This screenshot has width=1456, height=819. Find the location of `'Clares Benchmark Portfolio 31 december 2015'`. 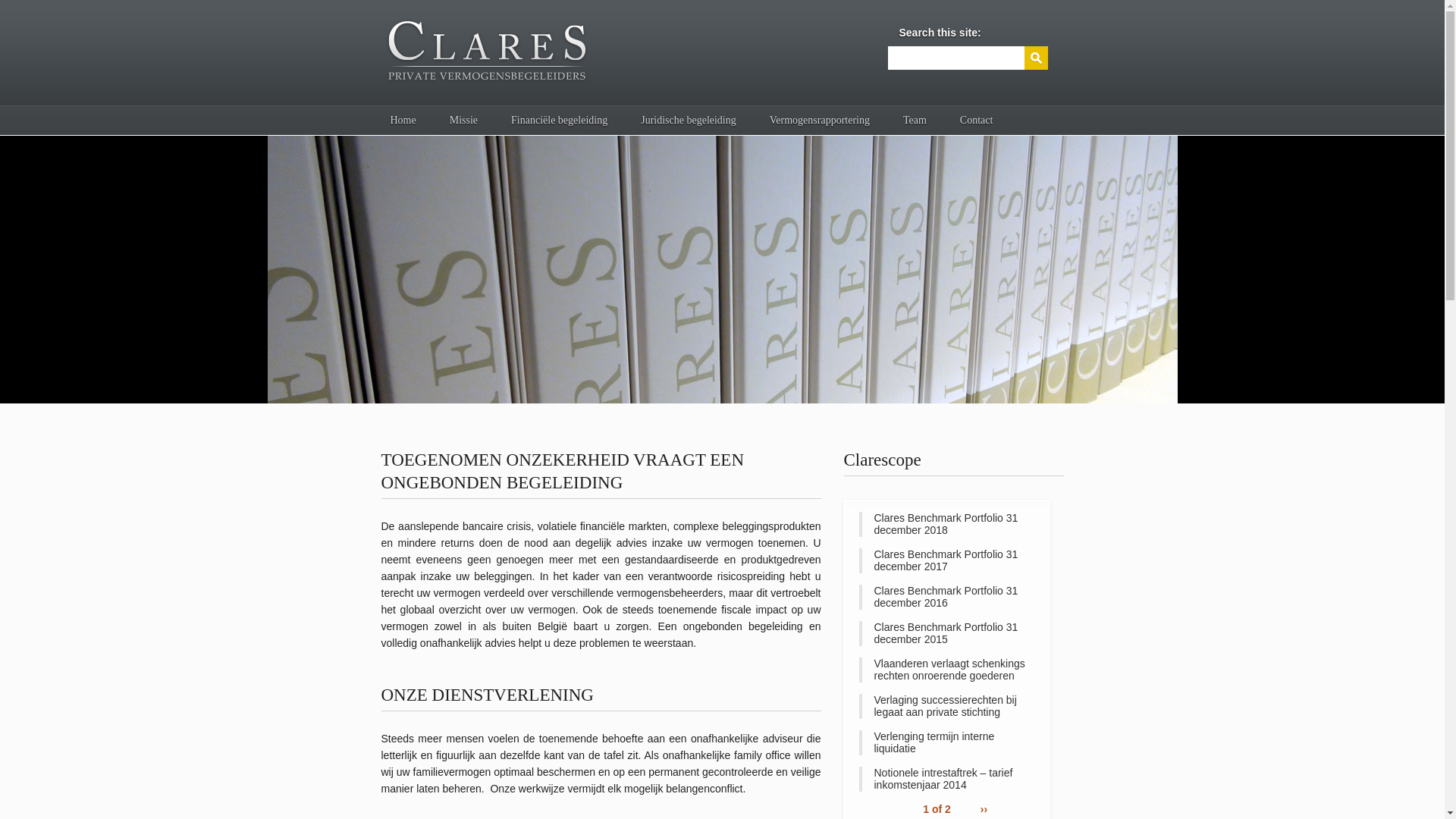

'Clares Benchmark Portfolio 31 december 2015' is located at coordinates (945, 633).